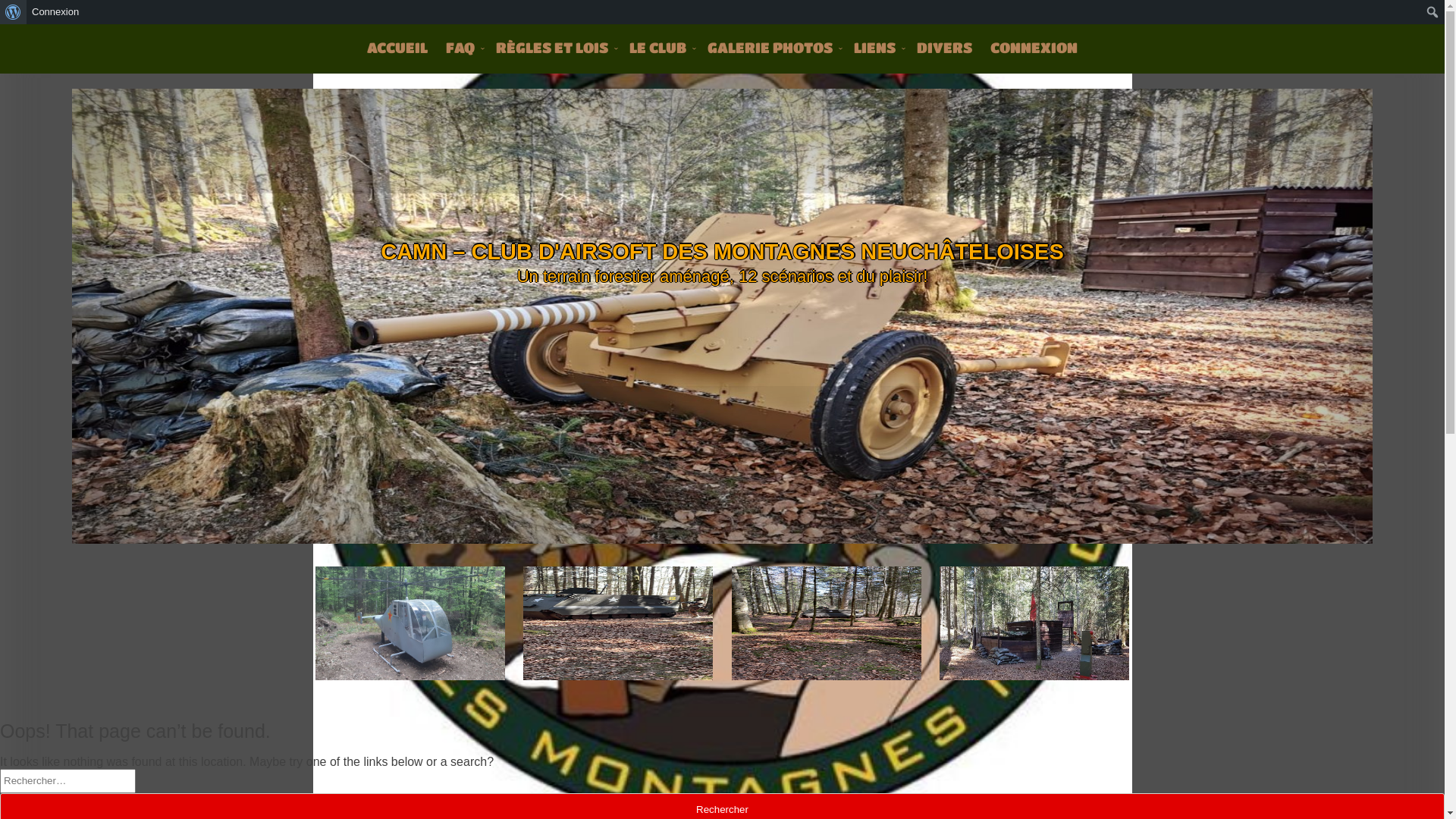  Describe the element at coordinates (397, 46) in the screenshot. I see `'ACCUEIL'` at that location.